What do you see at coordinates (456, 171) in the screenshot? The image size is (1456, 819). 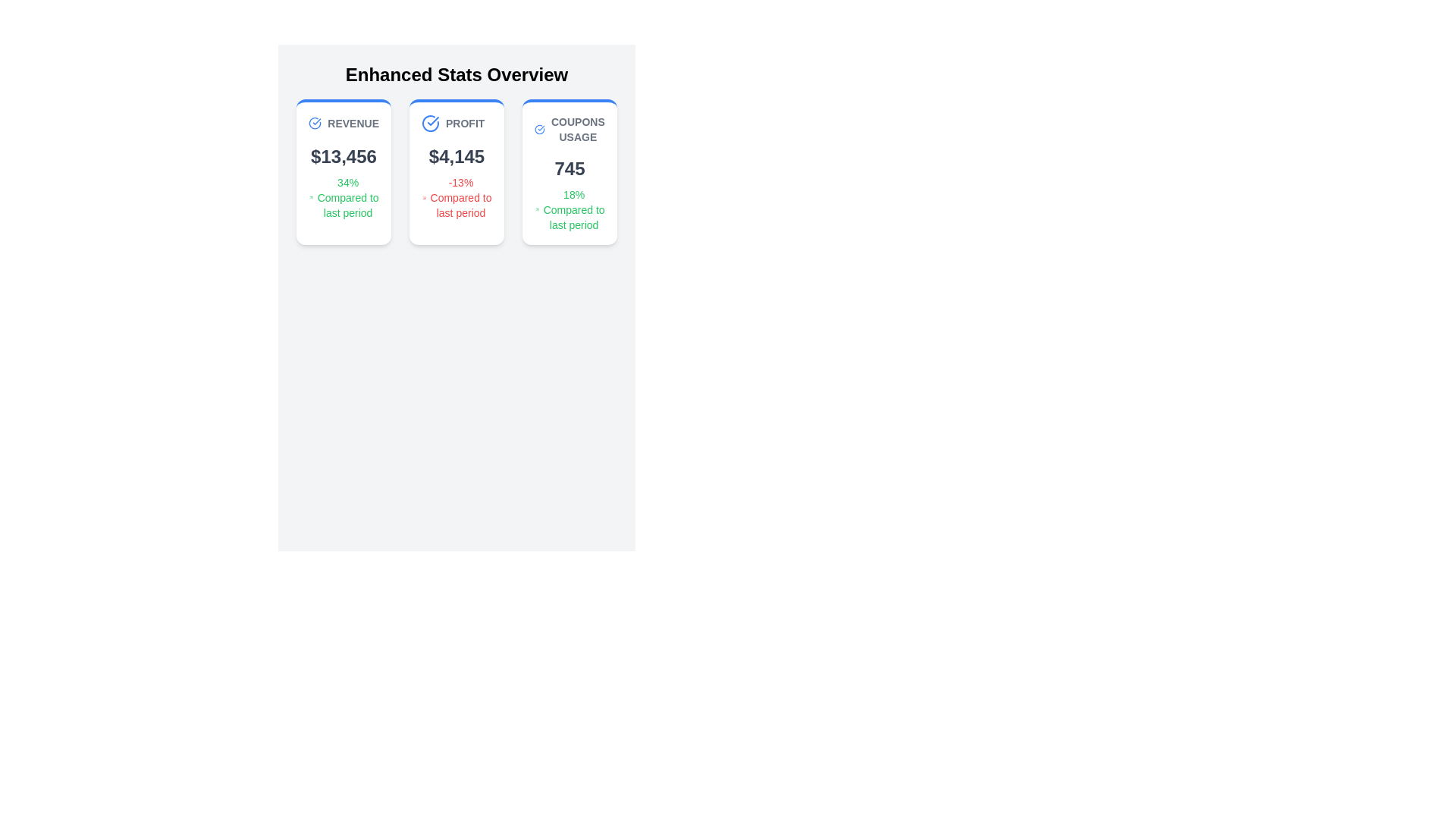 I see `the Information display card element featuring a bold numeric value ('$4,145') and a smaller red text ('-13% Compared to last period'), which is the second card in a horizontal grid of three cards` at bounding box center [456, 171].